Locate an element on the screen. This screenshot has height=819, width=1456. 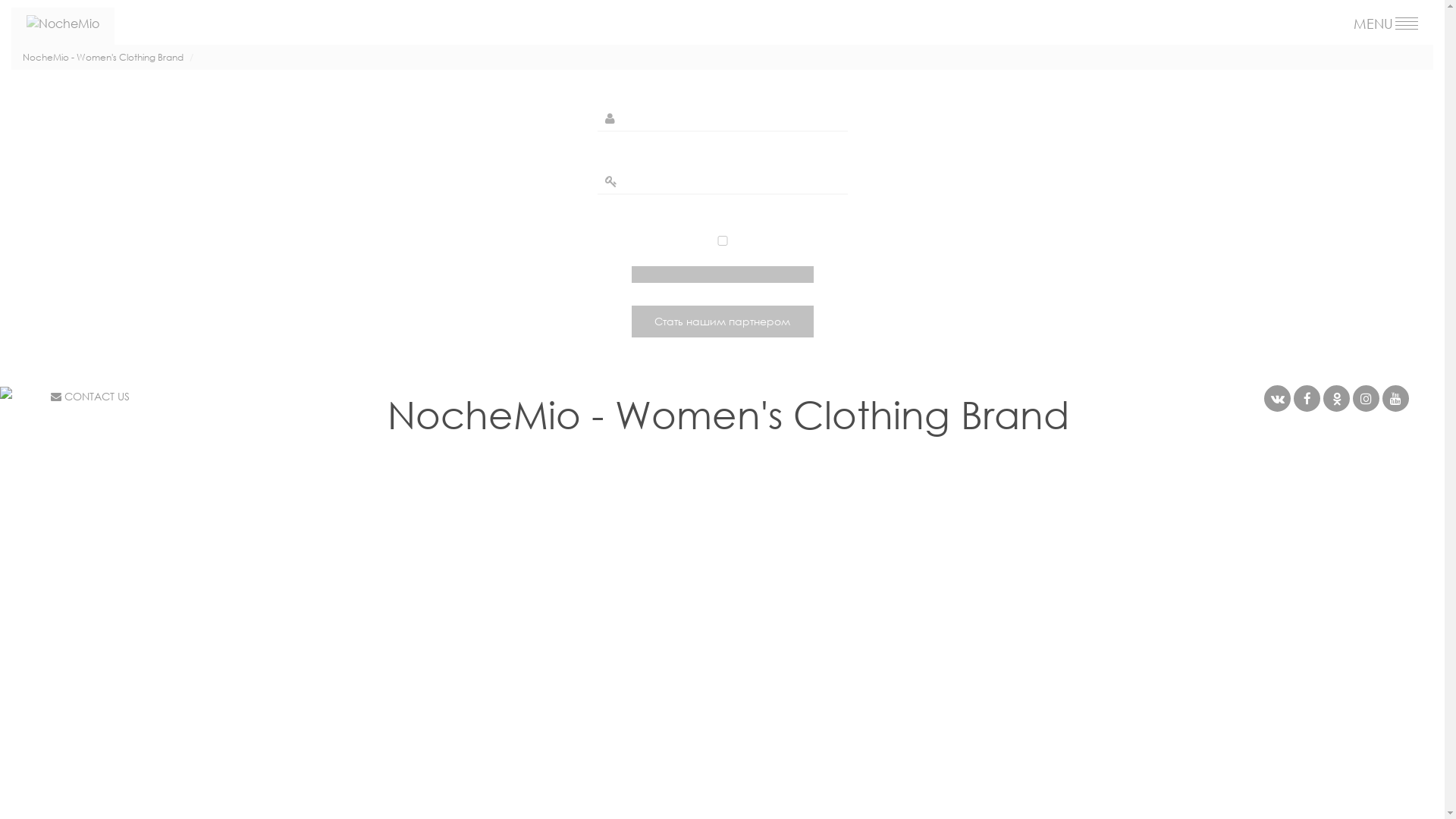
'CONTACT US' is located at coordinates (51, 395).